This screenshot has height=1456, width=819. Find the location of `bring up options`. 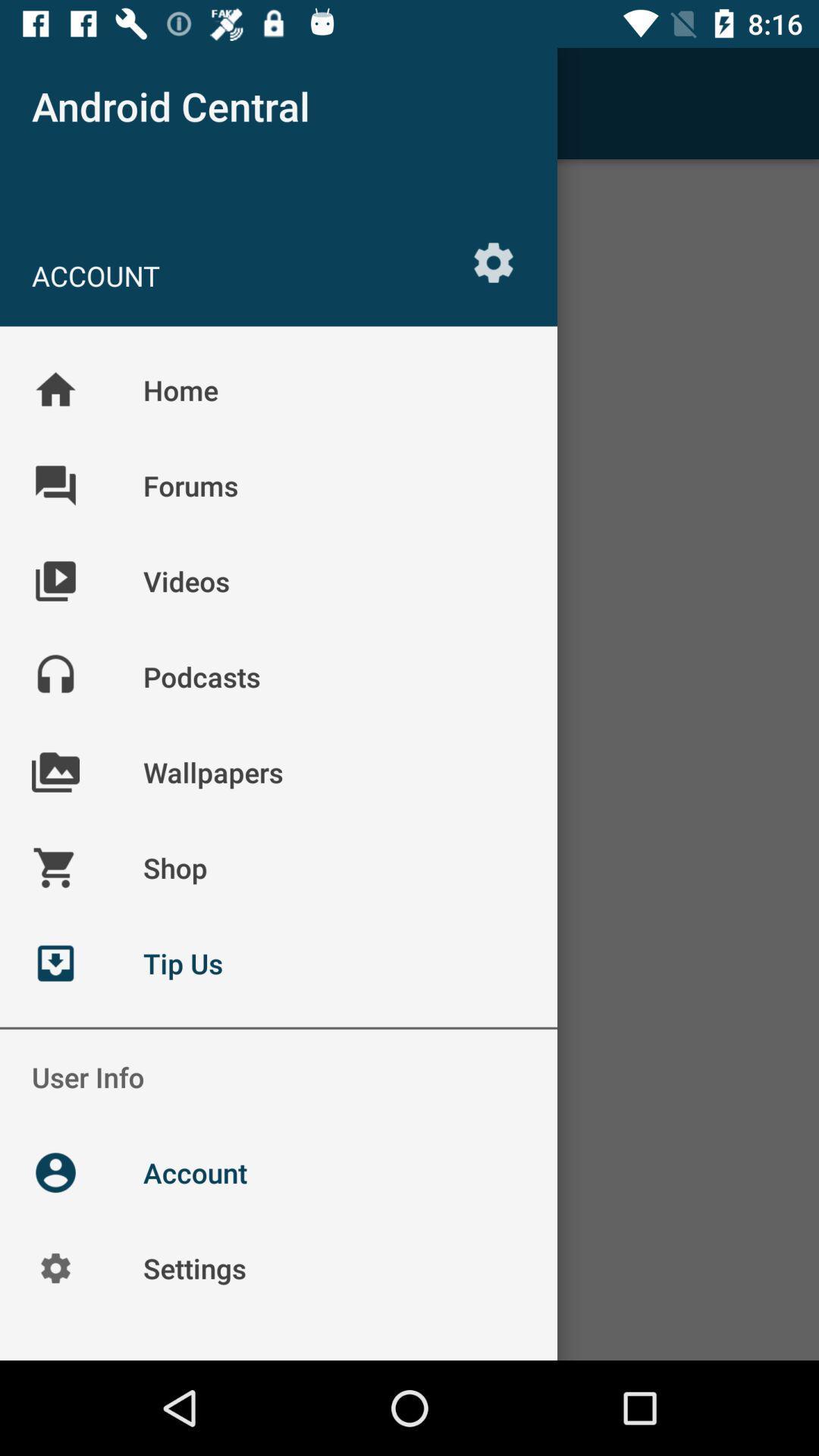

bring up options is located at coordinates (494, 262).